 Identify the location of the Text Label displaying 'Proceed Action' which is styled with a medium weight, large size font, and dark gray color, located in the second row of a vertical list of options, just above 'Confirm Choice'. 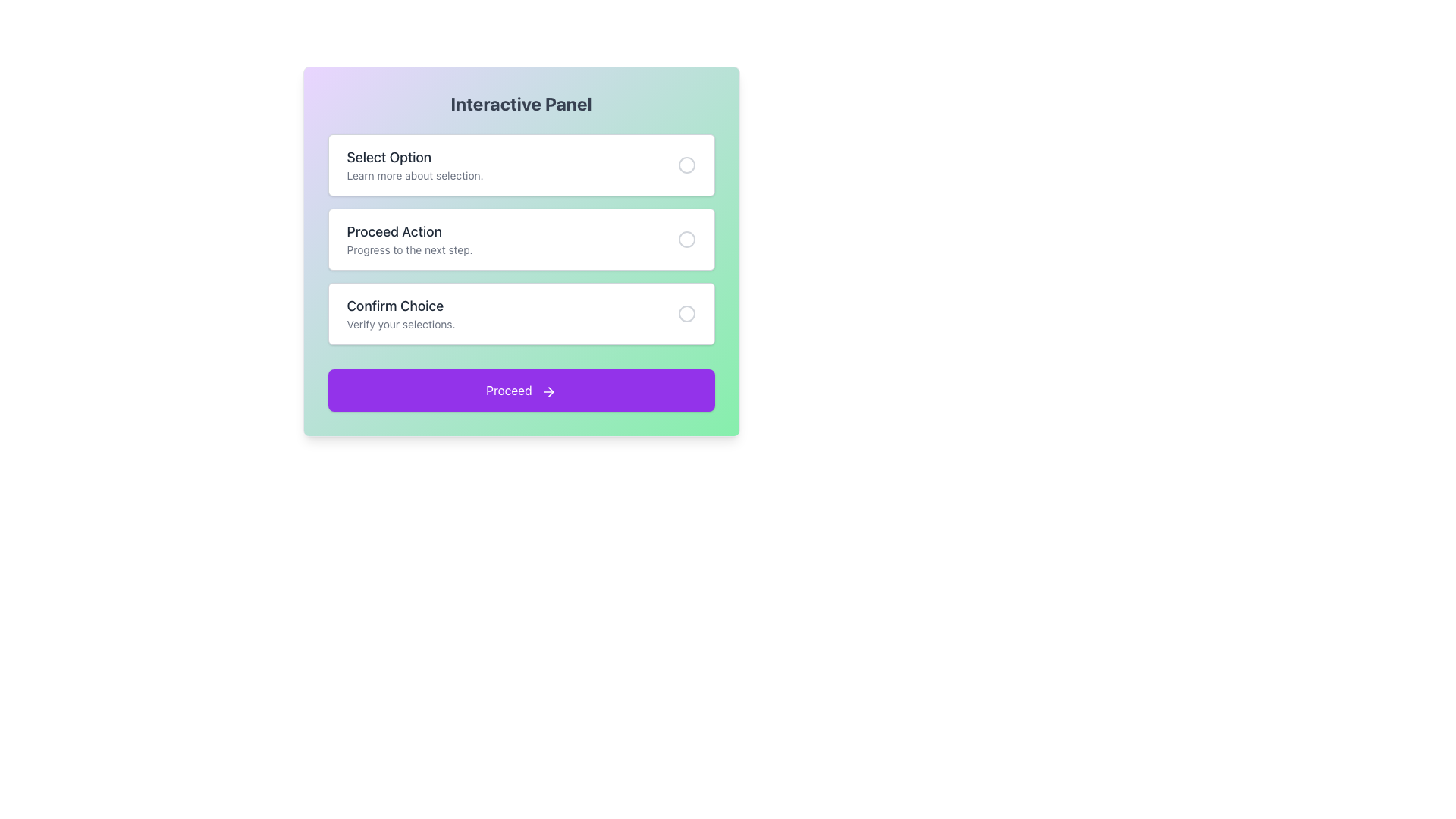
(409, 231).